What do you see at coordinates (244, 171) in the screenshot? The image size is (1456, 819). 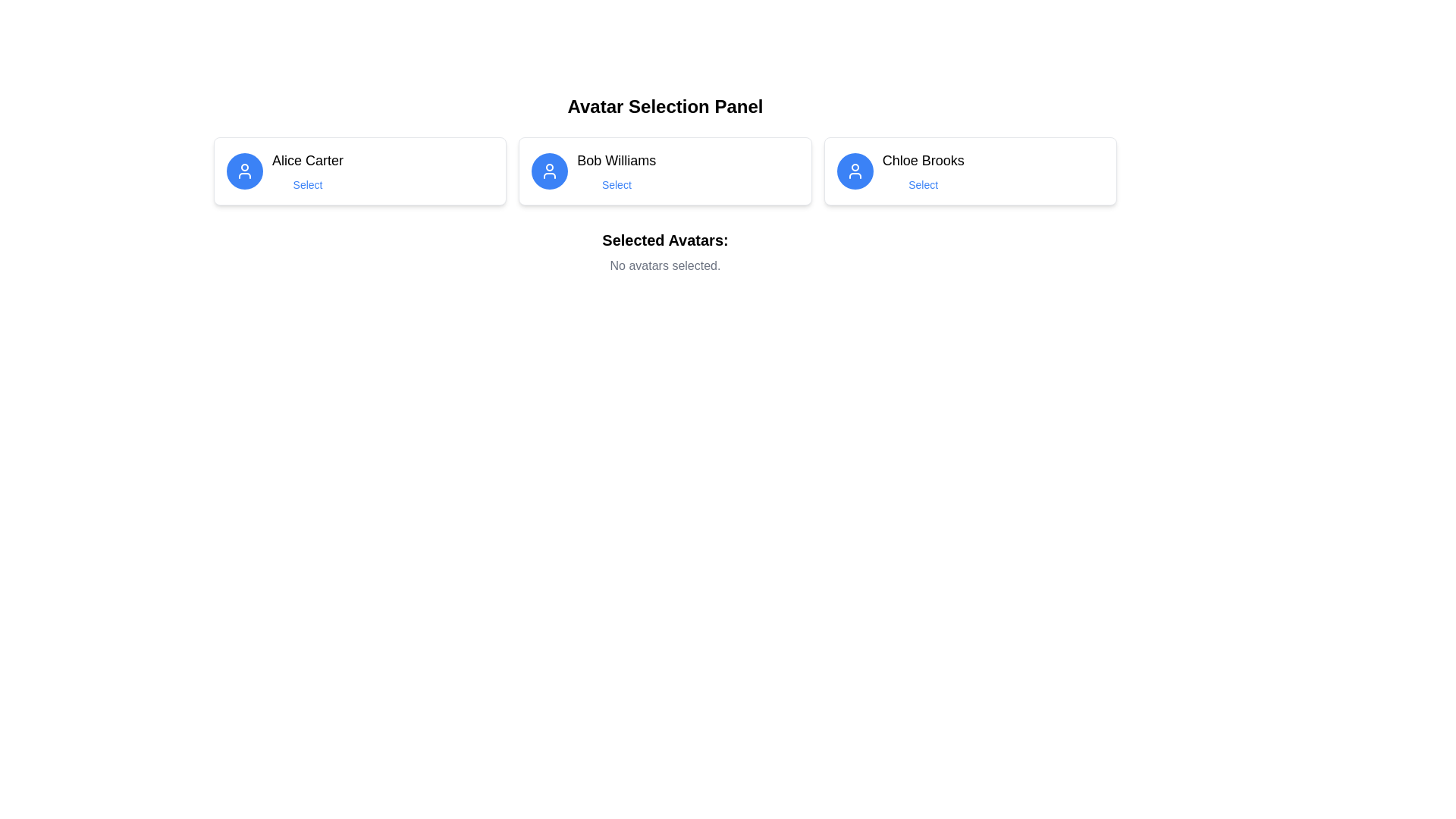 I see `the button representing the profile picture of the user named 'Alice Carter'` at bounding box center [244, 171].